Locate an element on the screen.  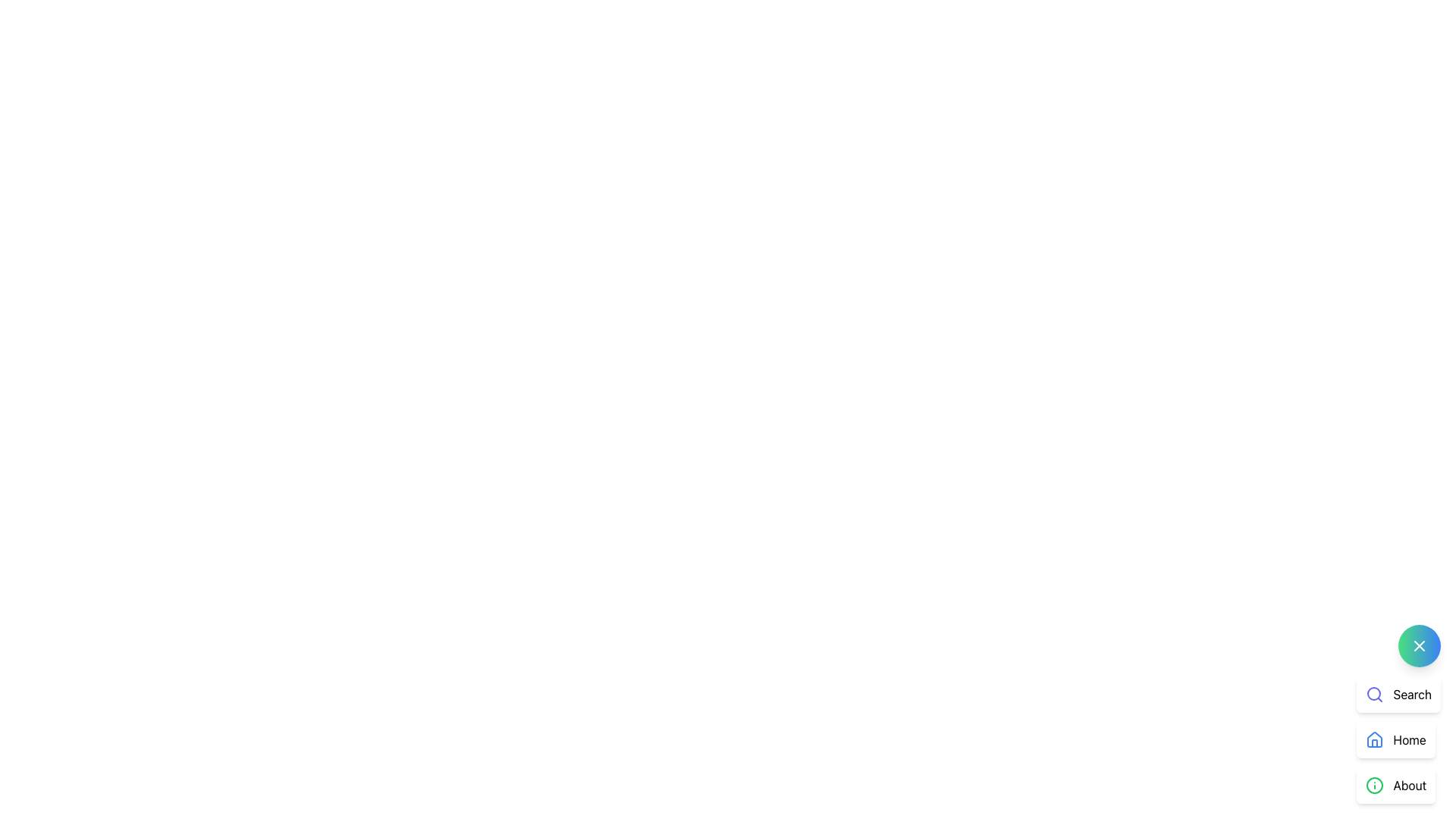
the search icon located at the leftmost side of the 'Search' button, which is the topmost button in a vertical stack of three buttons is located at coordinates (1375, 694).